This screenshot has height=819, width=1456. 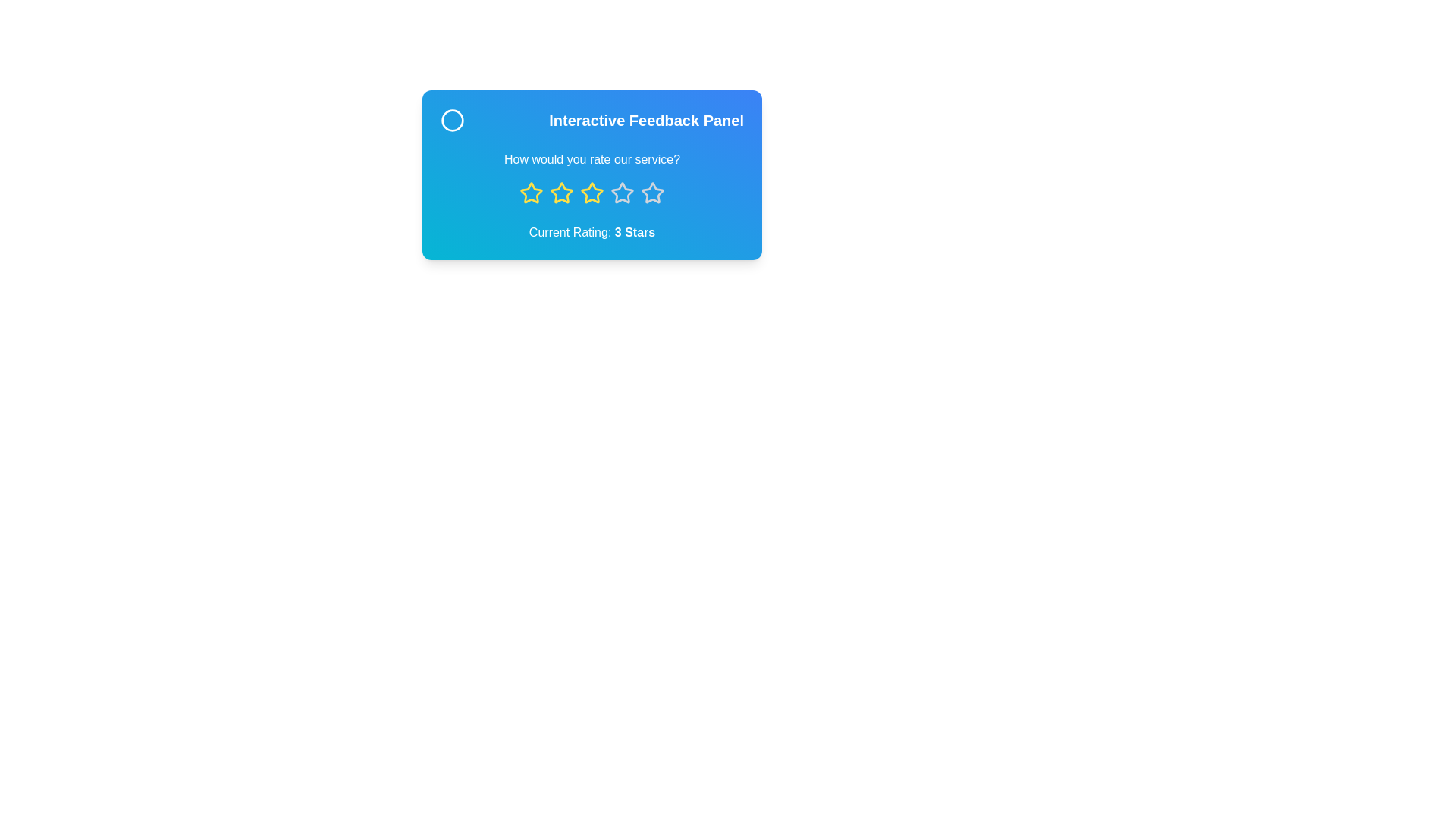 What do you see at coordinates (591, 192) in the screenshot?
I see `the visual state of the third star icon in the rating component, which is located below the text 'How would you rate our service?' on a blue background card` at bounding box center [591, 192].